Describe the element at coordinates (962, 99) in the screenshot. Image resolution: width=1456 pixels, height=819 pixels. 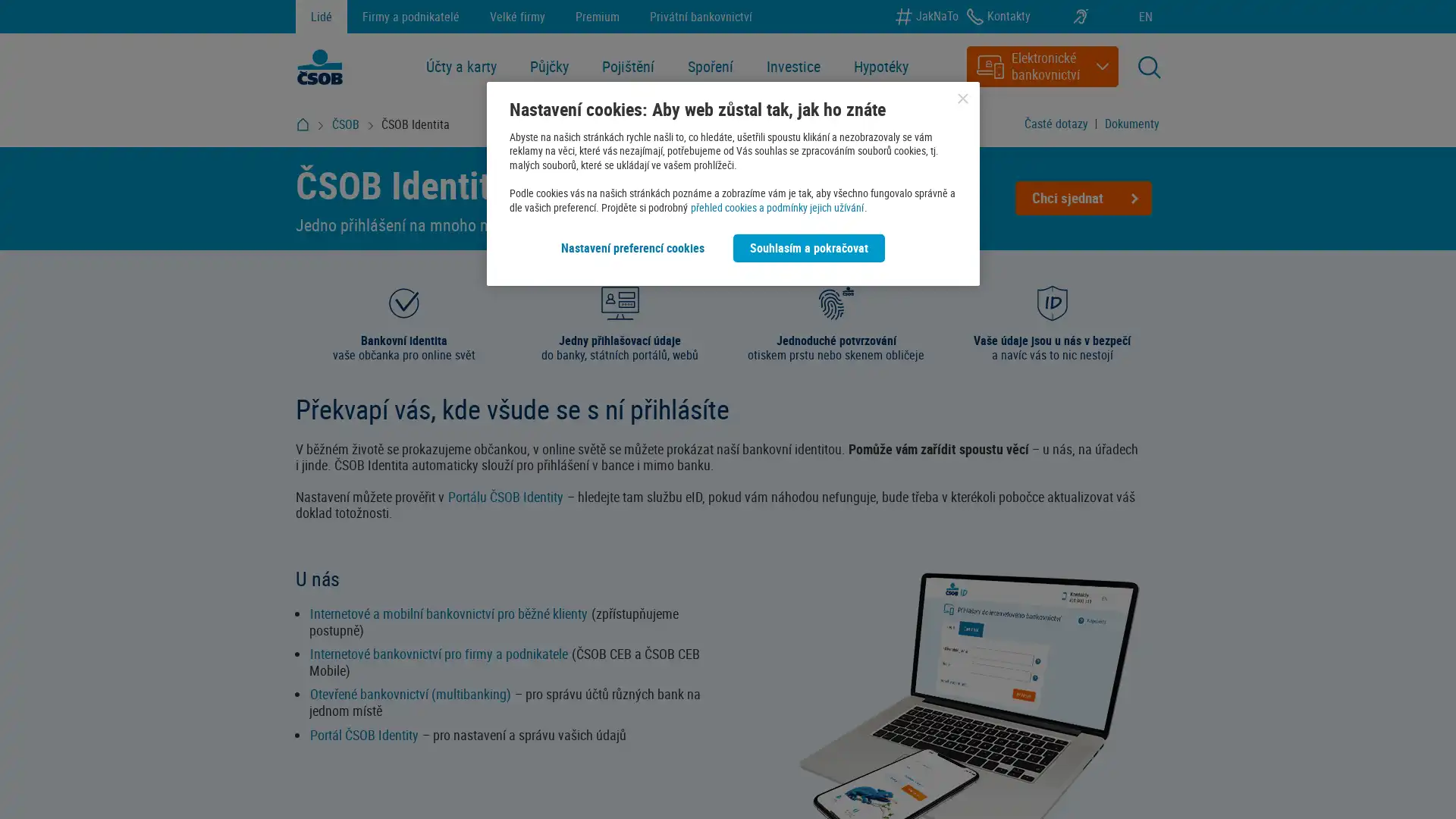
I see `Zavrit` at that location.